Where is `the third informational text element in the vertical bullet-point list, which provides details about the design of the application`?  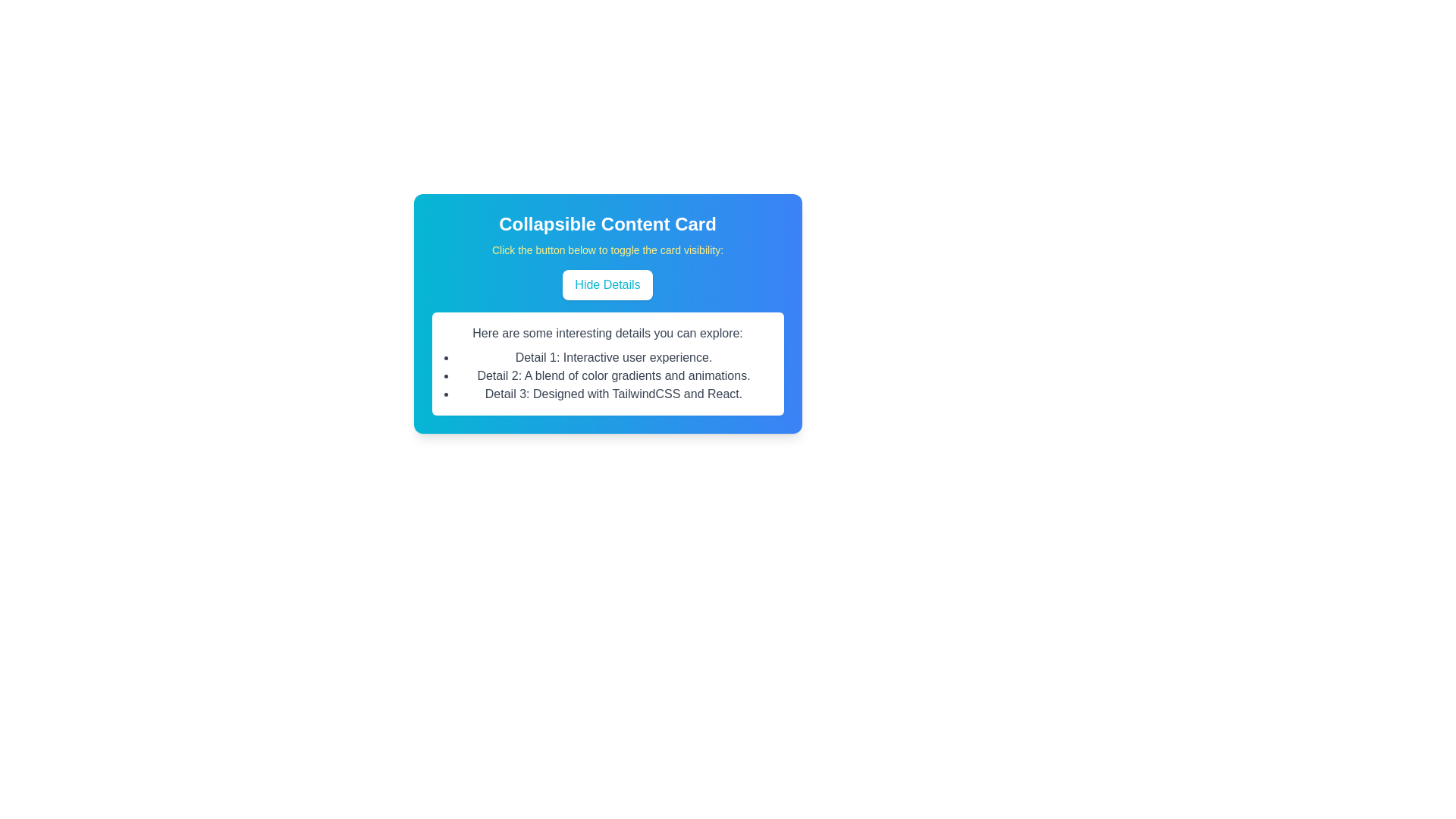
the third informational text element in the vertical bullet-point list, which provides details about the design of the application is located at coordinates (613, 394).